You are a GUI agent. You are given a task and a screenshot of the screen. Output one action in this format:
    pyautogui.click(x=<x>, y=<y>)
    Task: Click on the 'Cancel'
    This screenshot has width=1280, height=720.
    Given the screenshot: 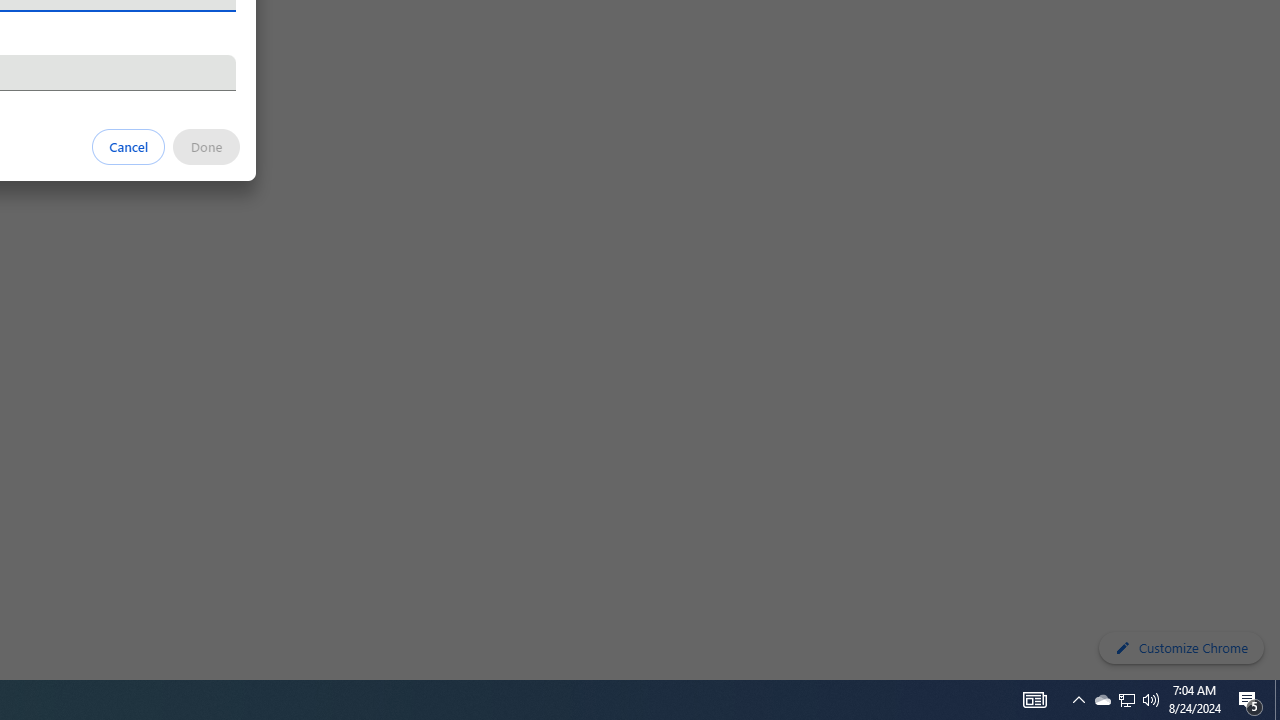 What is the action you would take?
    pyautogui.click(x=128, y=145)
    